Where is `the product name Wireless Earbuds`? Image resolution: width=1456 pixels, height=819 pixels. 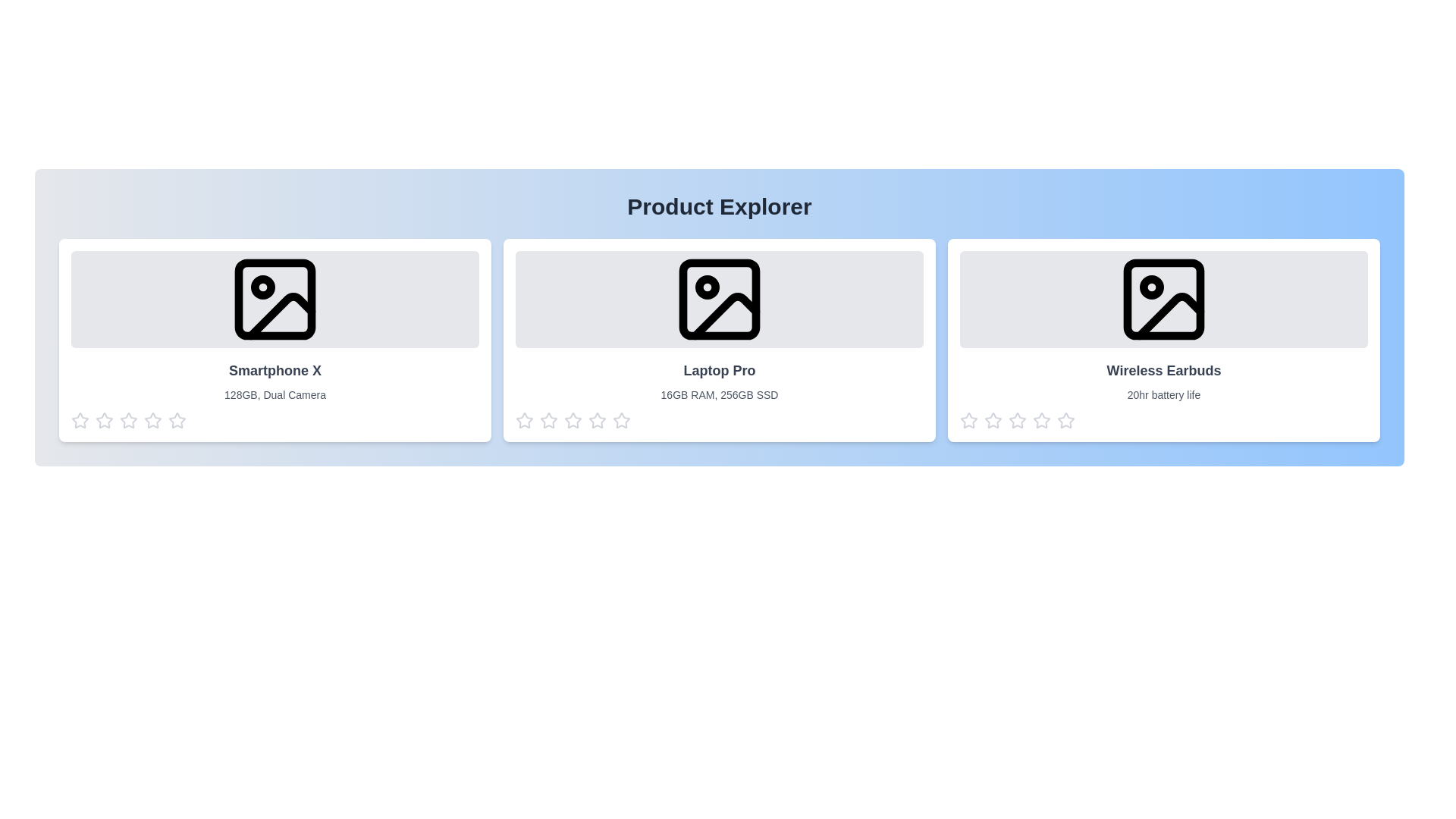
the product name Wireless Earbuds is located at coordinates (1163, 371).